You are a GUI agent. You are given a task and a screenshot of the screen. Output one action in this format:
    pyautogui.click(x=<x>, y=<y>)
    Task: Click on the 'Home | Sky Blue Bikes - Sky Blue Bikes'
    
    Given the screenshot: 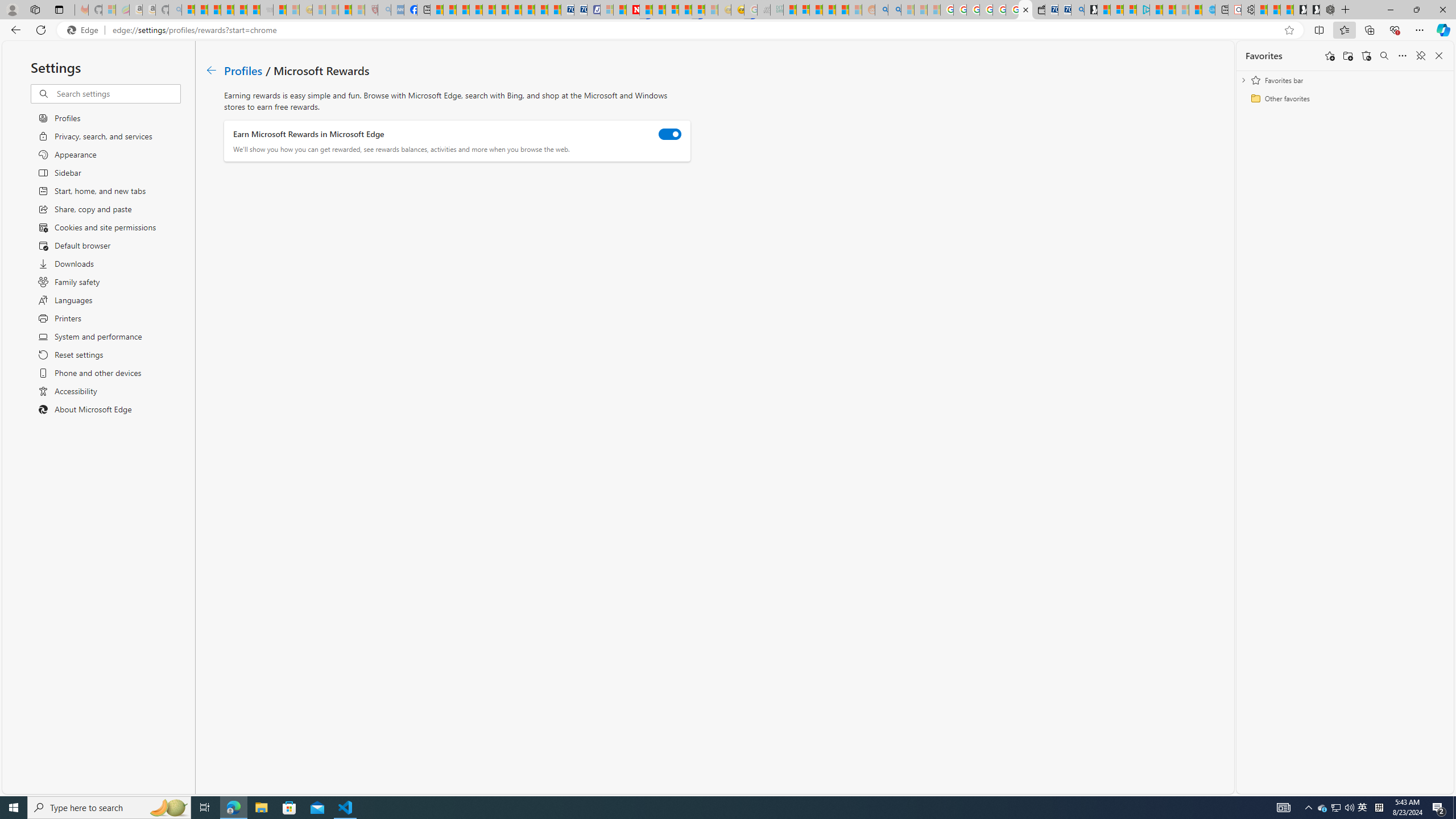 What is the action you would take?
    pyautogui.click(x=1207, y=9)
    